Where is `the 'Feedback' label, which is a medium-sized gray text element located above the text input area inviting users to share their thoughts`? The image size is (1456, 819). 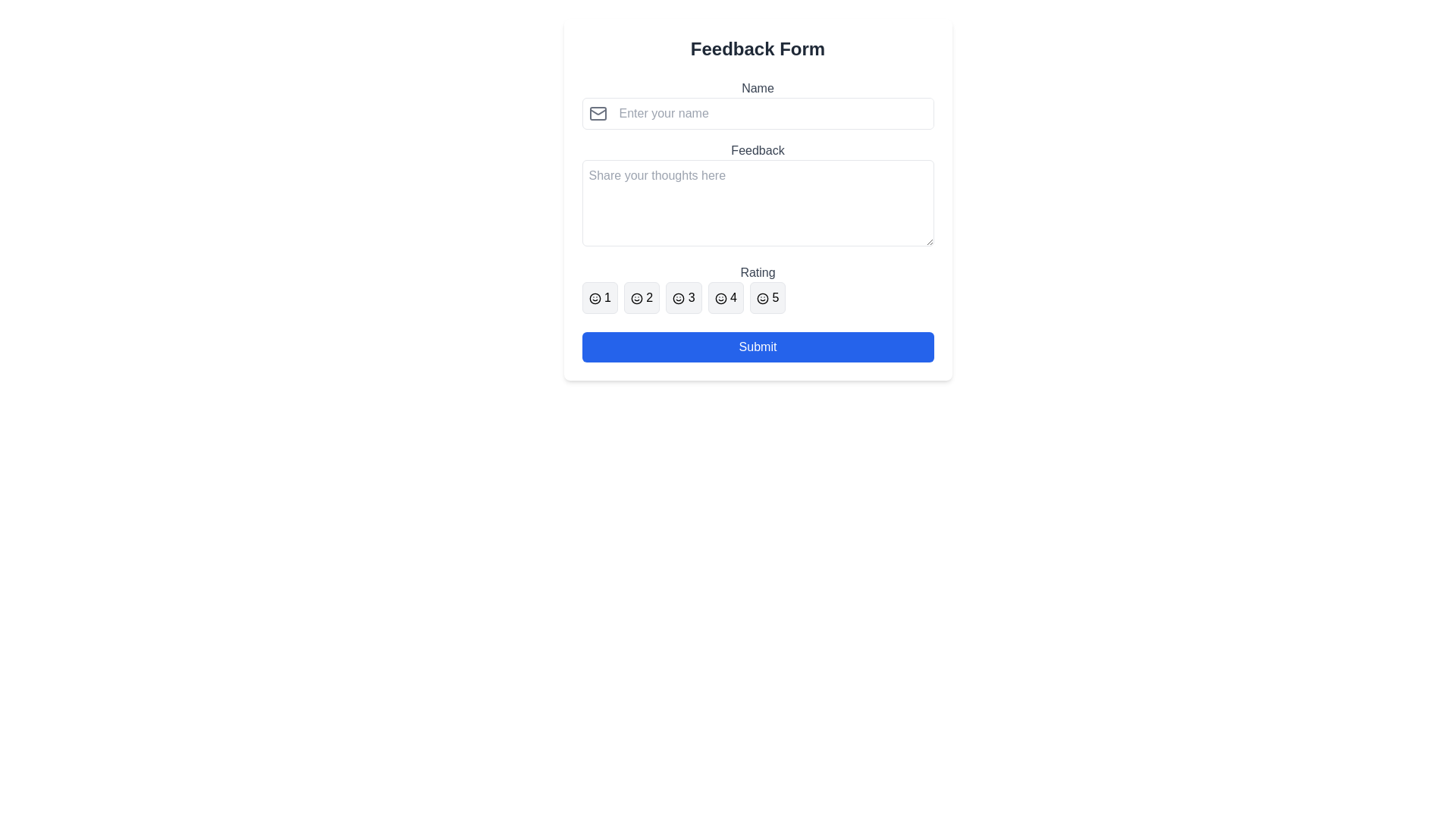
the 'Feedback' label, which is a medium-sized gray text element located above the text input area inviting users to share their thoughts is located at coordinates (758, 151).